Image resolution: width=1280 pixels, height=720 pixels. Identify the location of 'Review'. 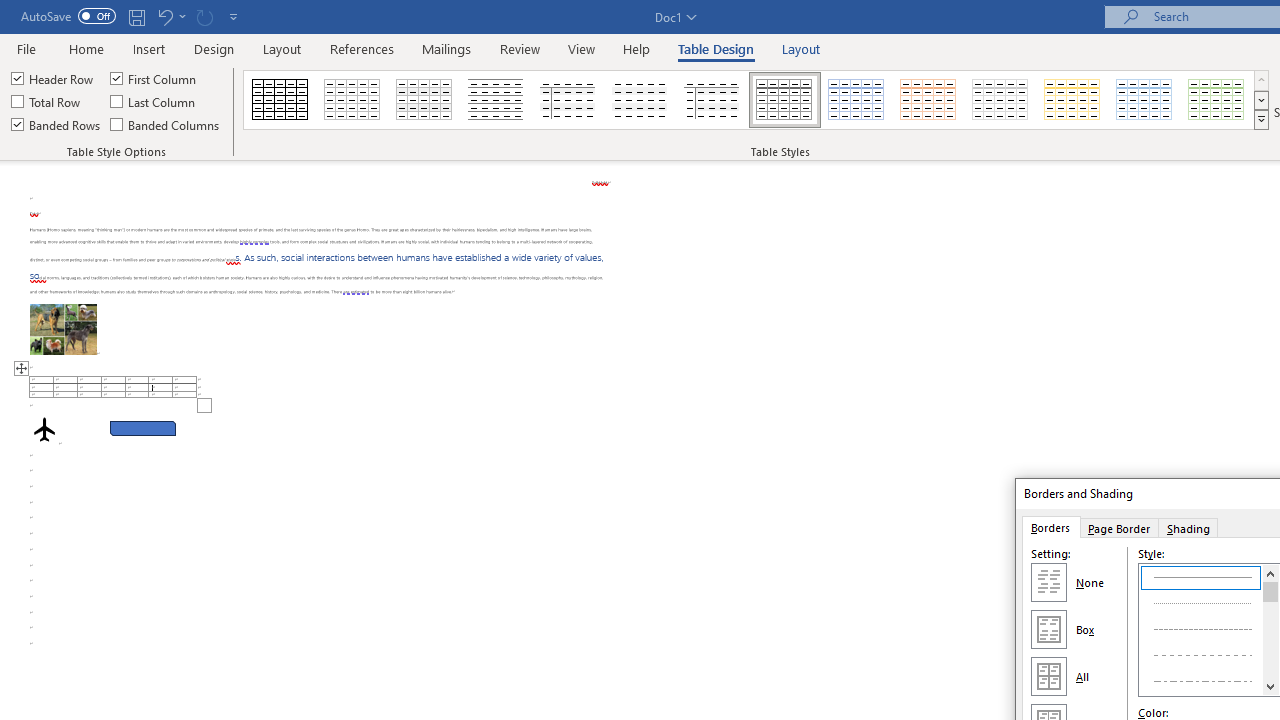
(520, 48).